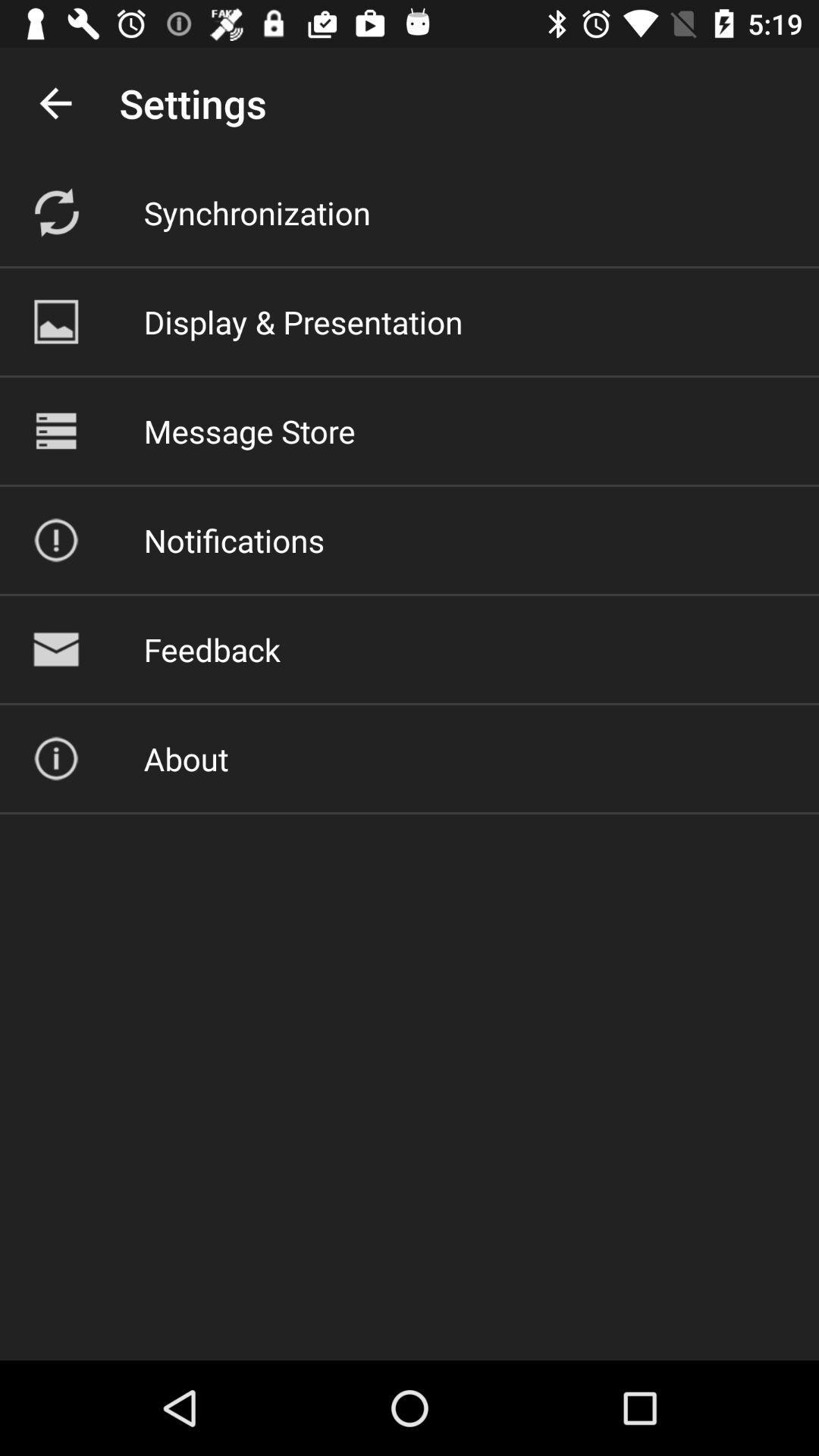 The height and width of the screenshot is (1456, 819). I want to click on item below the settings item, so click(256, 212).